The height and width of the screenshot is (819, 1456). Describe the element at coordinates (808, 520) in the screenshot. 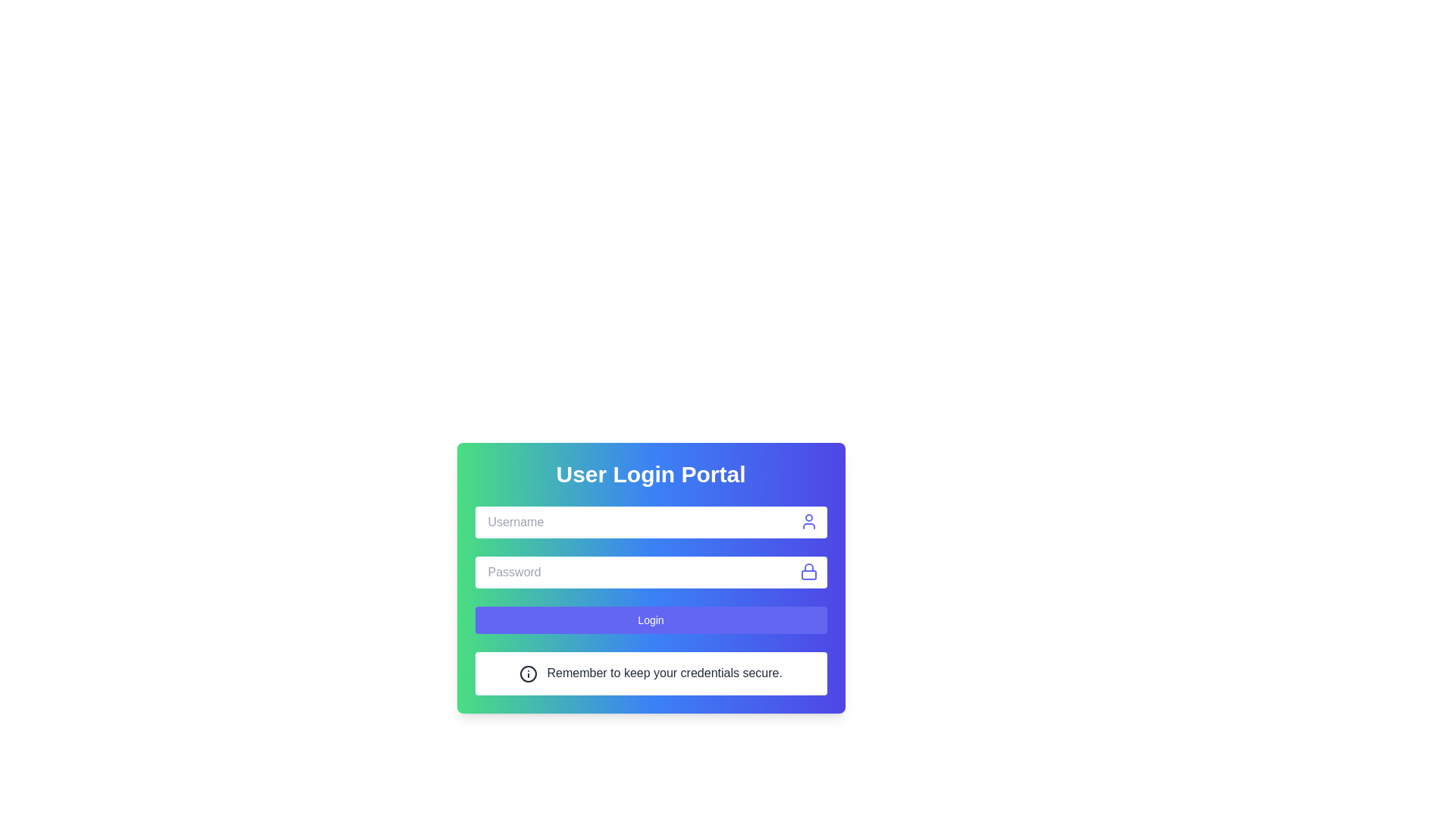

I see `the indigo user icon, which is a circular head and shoulders silhouette located at the top-right corner of the username input field` at that location.